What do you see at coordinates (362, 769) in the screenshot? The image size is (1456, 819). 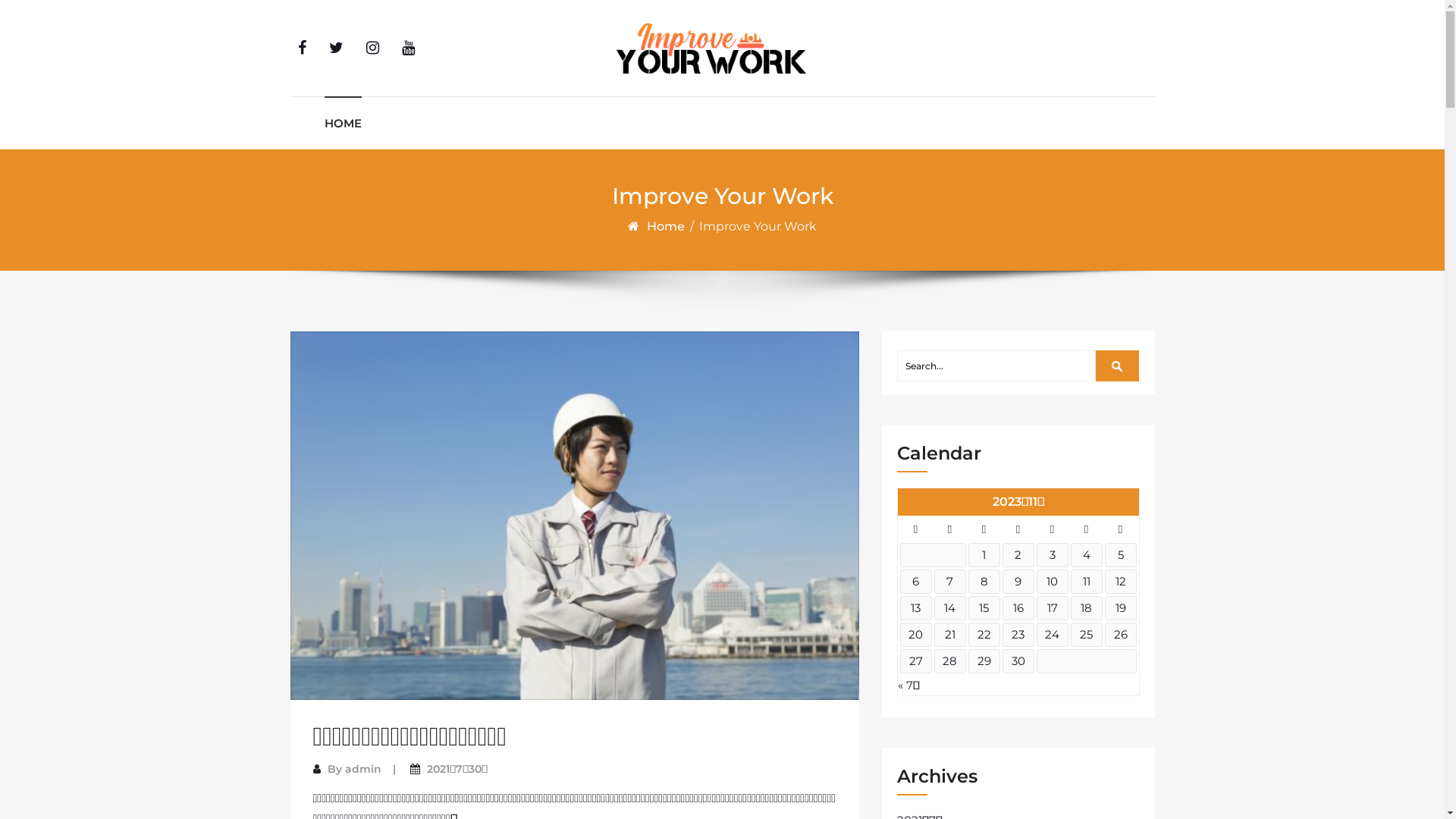 I see `'admin'` at bounding box center [362, 769].